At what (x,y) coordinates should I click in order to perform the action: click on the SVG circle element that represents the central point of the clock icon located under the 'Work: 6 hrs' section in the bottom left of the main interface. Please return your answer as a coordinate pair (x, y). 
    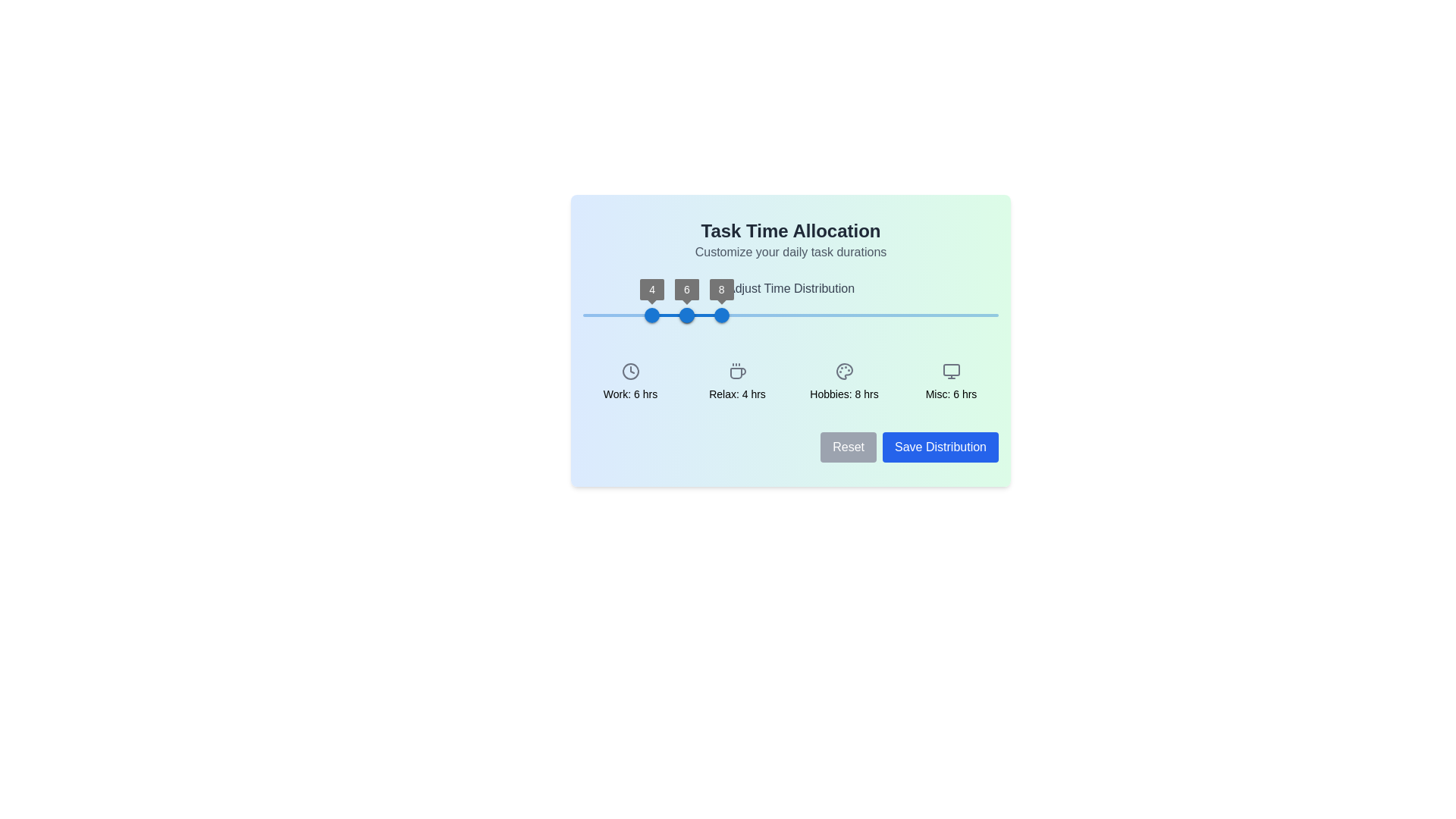
    Looking at the image, I should click on (630, 371).